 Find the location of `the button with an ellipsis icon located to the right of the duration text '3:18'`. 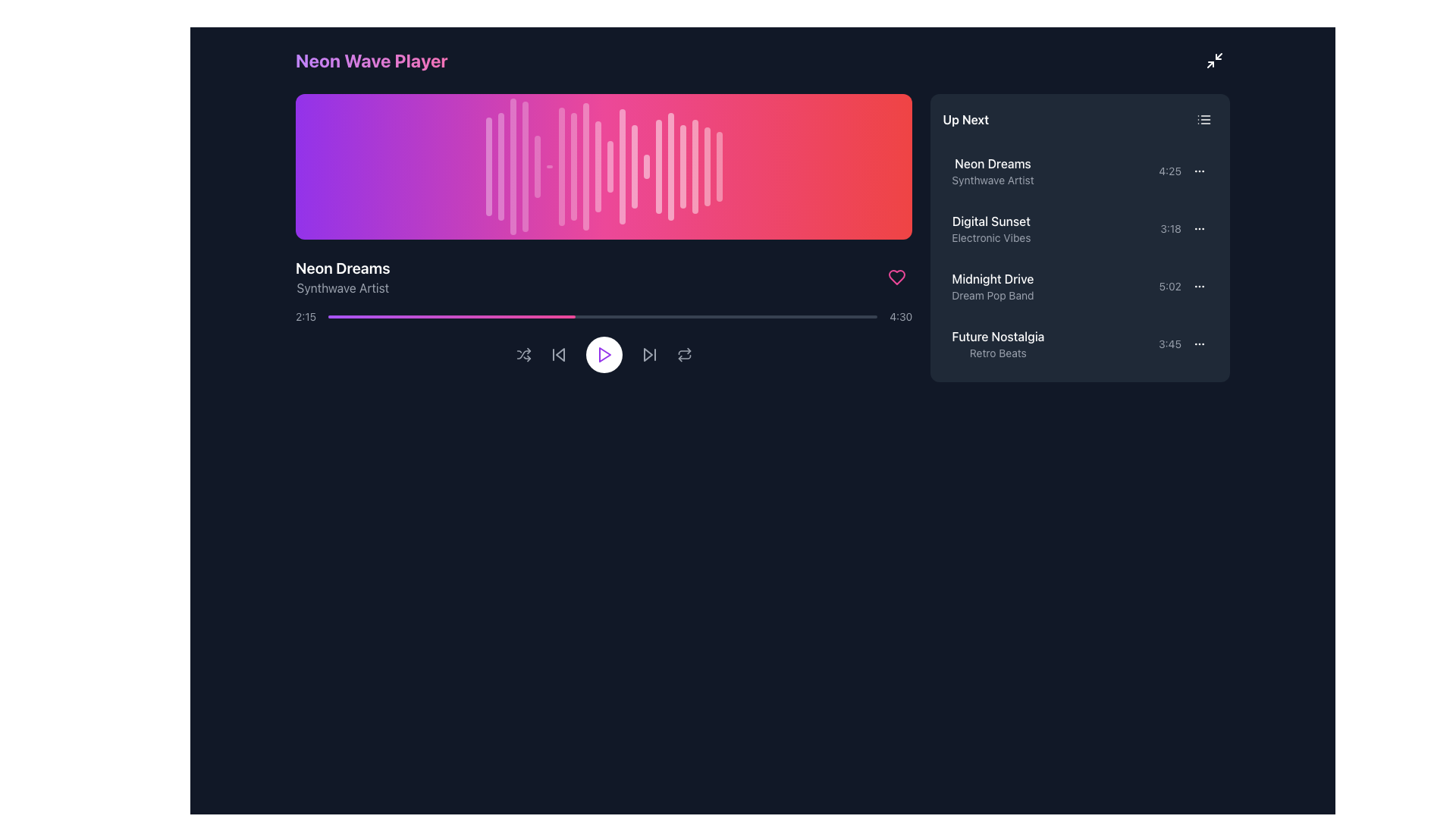

the button with an ellipsis icon located to the right of the duration text '3:18' is located at coordinates (1198, 228).